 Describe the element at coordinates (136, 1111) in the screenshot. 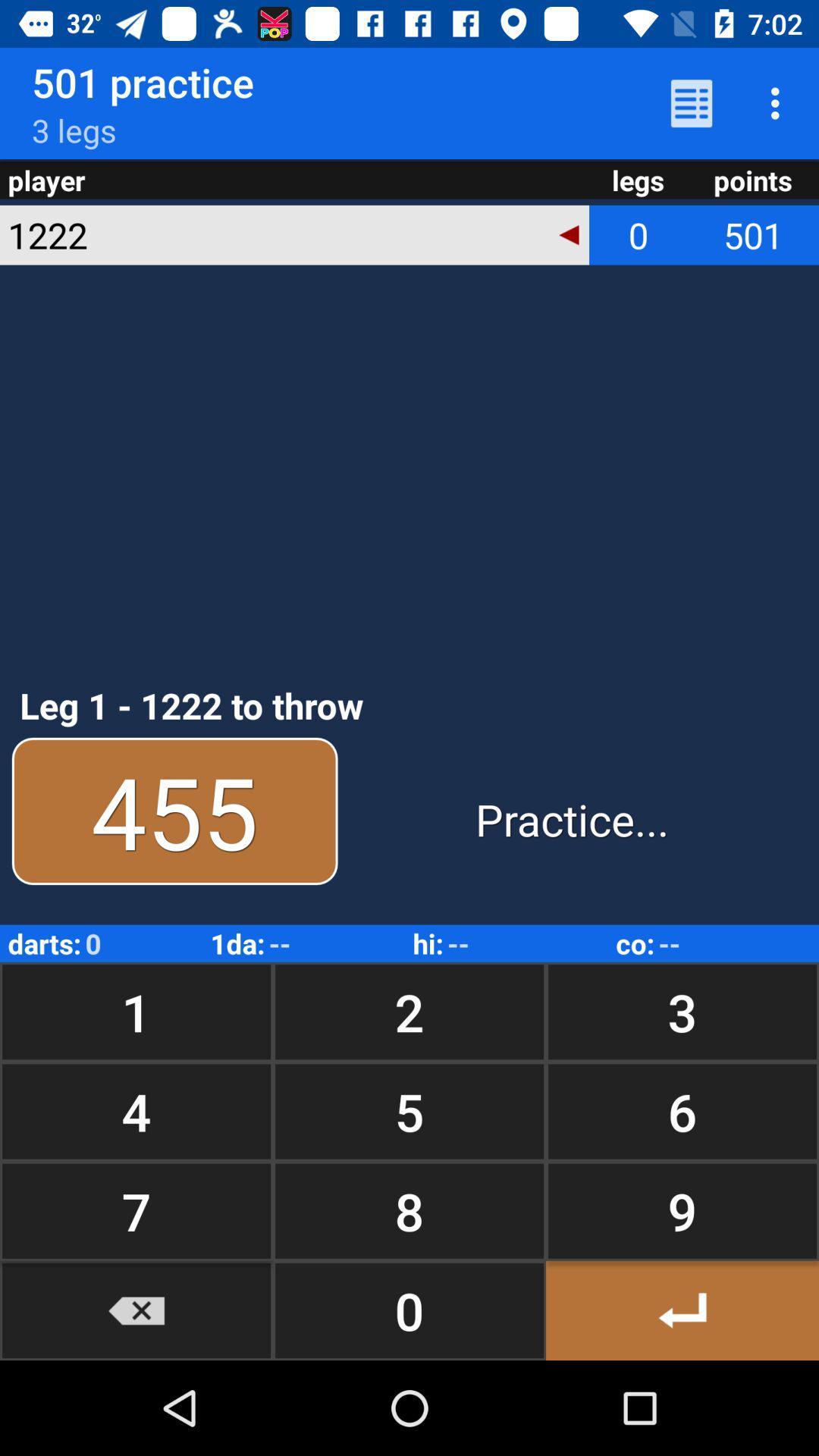

I see `item above the 7 item` at that location.